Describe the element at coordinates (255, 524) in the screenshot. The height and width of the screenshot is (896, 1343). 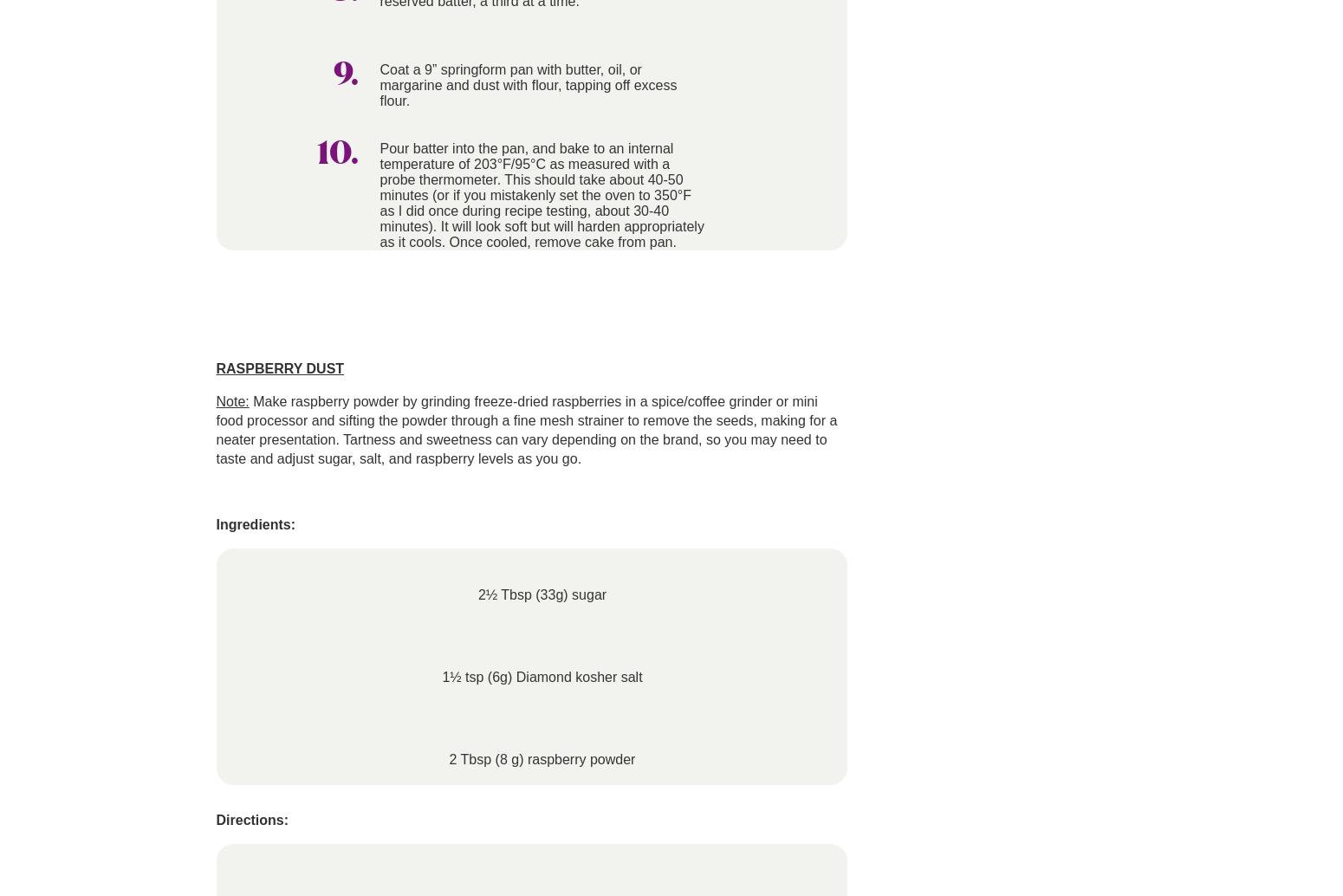
I see `'Ingredients:'` at that location.